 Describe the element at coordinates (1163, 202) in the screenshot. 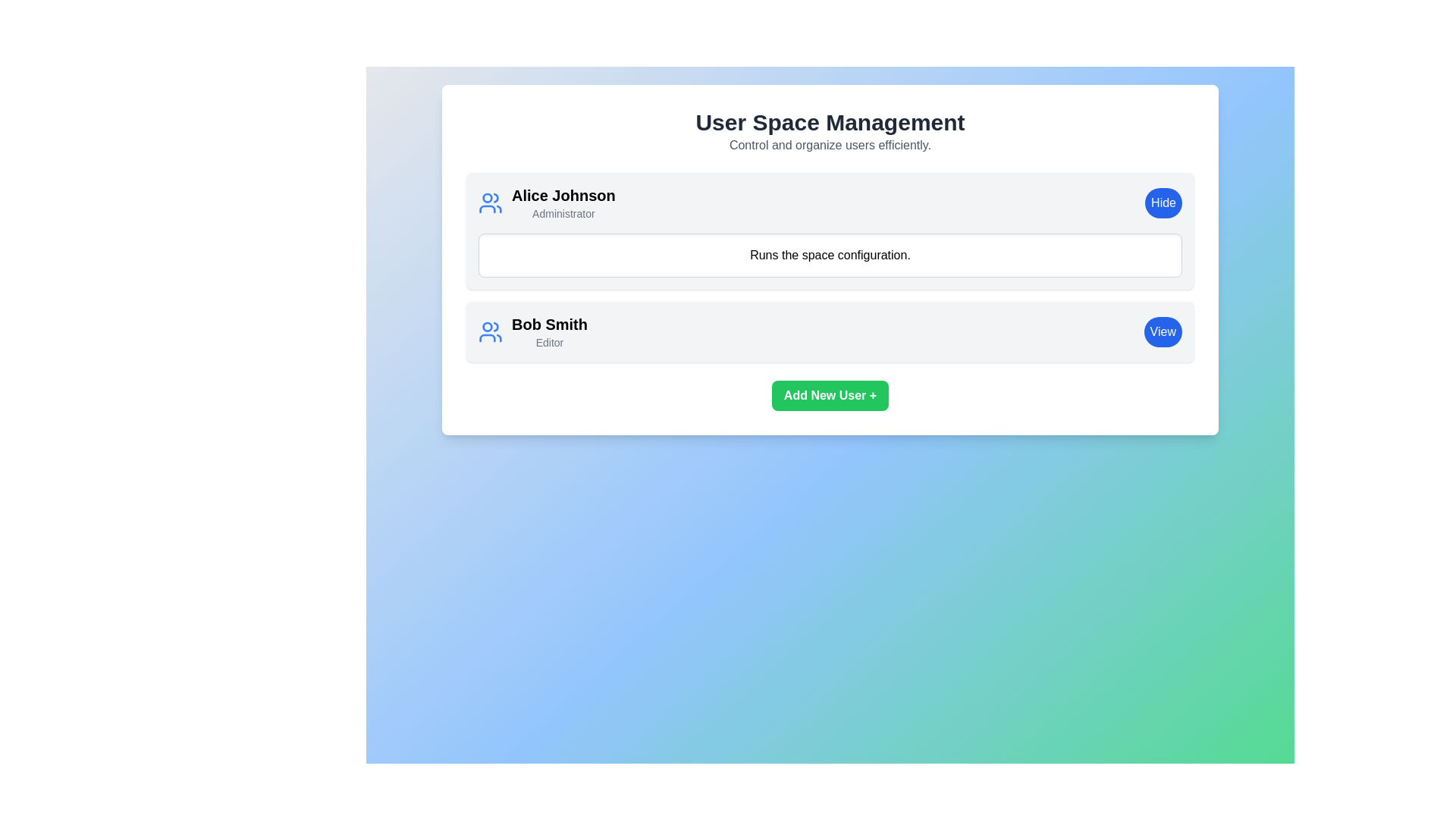

I see `the blue button labeled 'Hide' next to user 'Alice Johnson' to change its color` at that location.